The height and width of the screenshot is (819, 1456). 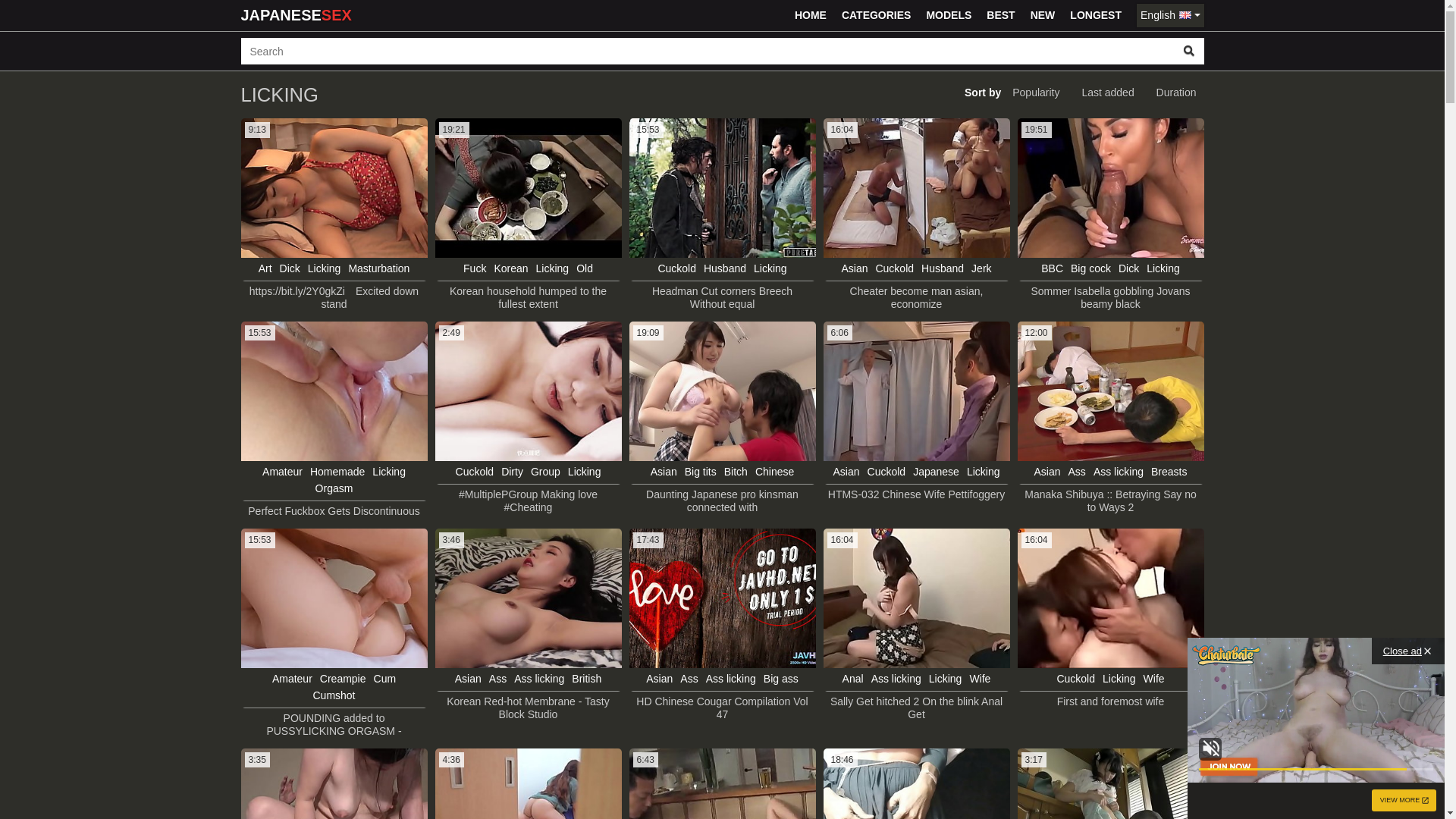 I want to click on 'Licking', so click(x=566, y=470).